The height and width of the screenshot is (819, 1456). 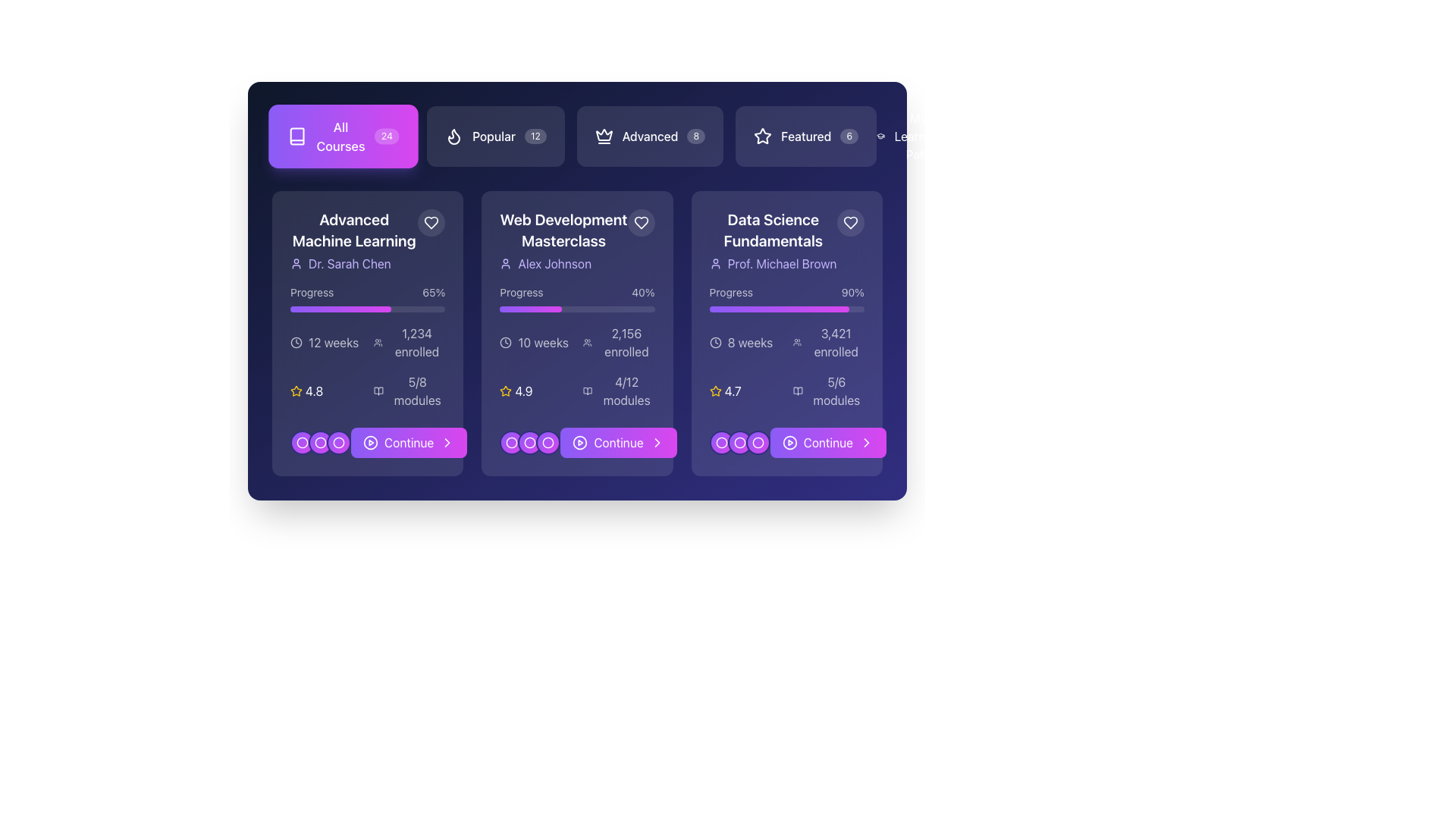 What do you see at coordinates (786, 309) in the screenshot?
I see `the progress bar indicating 90% completion for the 'Data Science Fundamentals' course, located in the bottom section of the card` at bounding box center [786, 309].